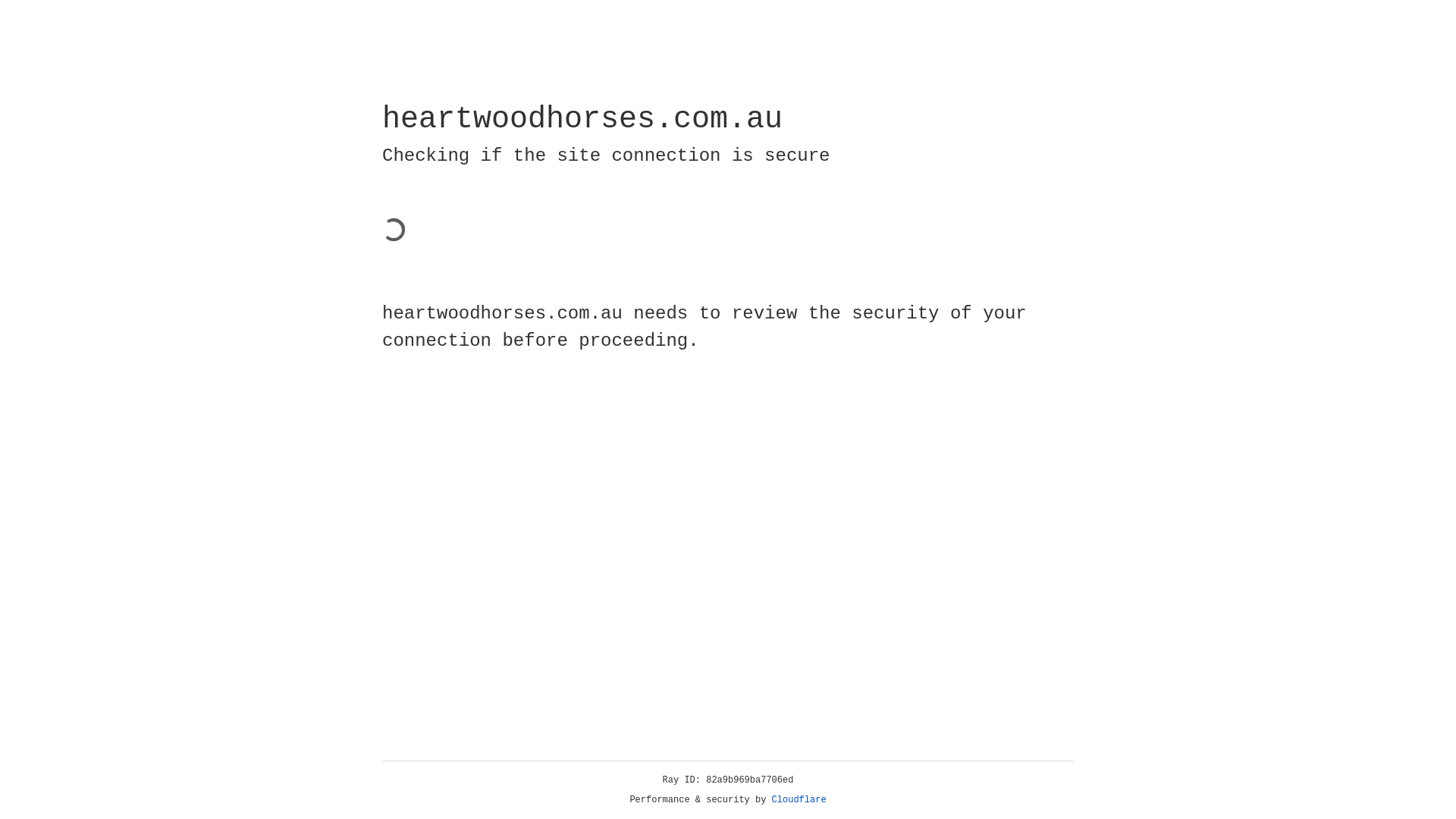  What do you see at coordinates (799, 799) in the screenshot?
I see `'Cloudflare'` at bounding box center [799, 799].